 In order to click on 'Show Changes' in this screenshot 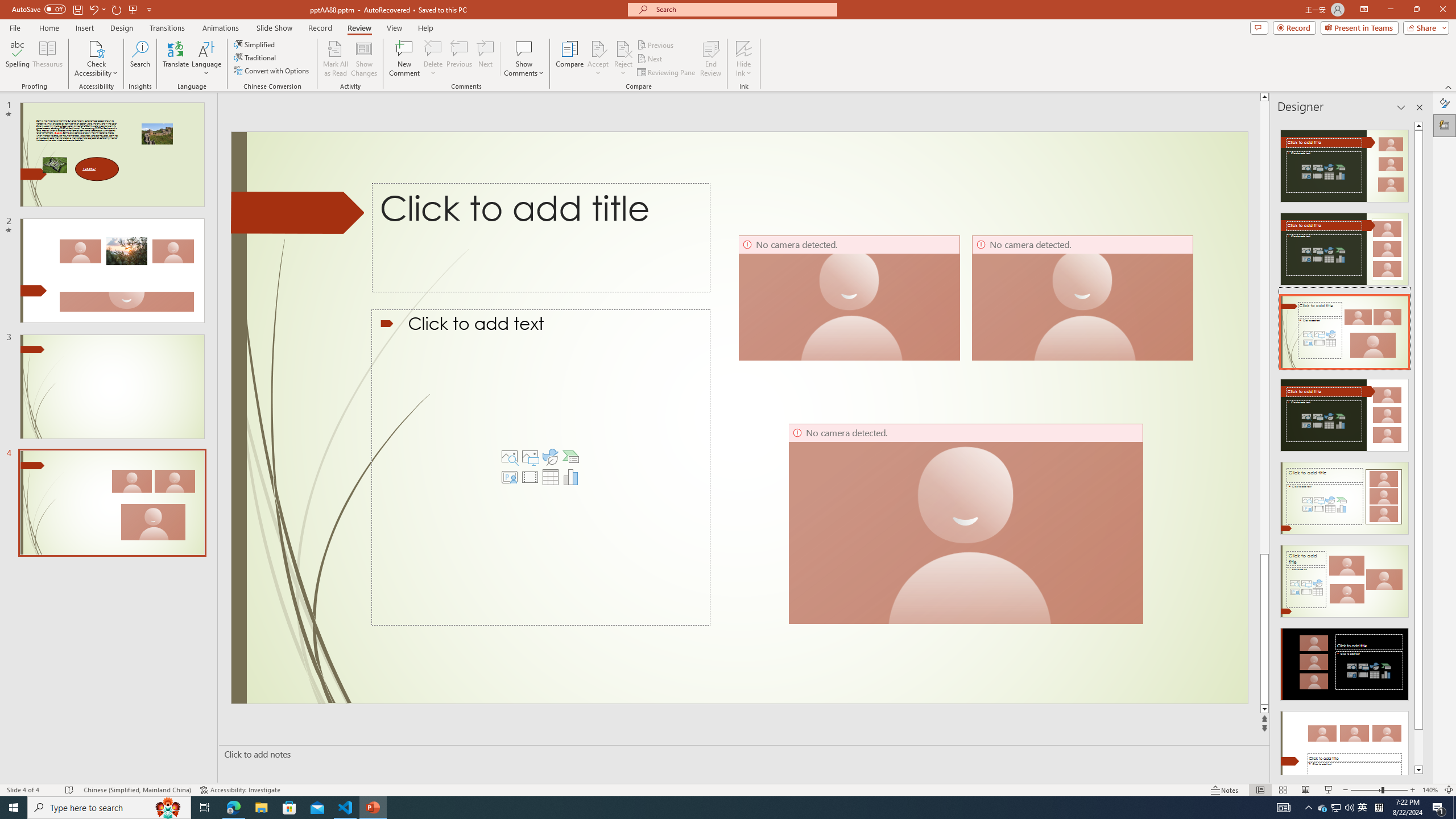, I will do `click(364, 59)`.